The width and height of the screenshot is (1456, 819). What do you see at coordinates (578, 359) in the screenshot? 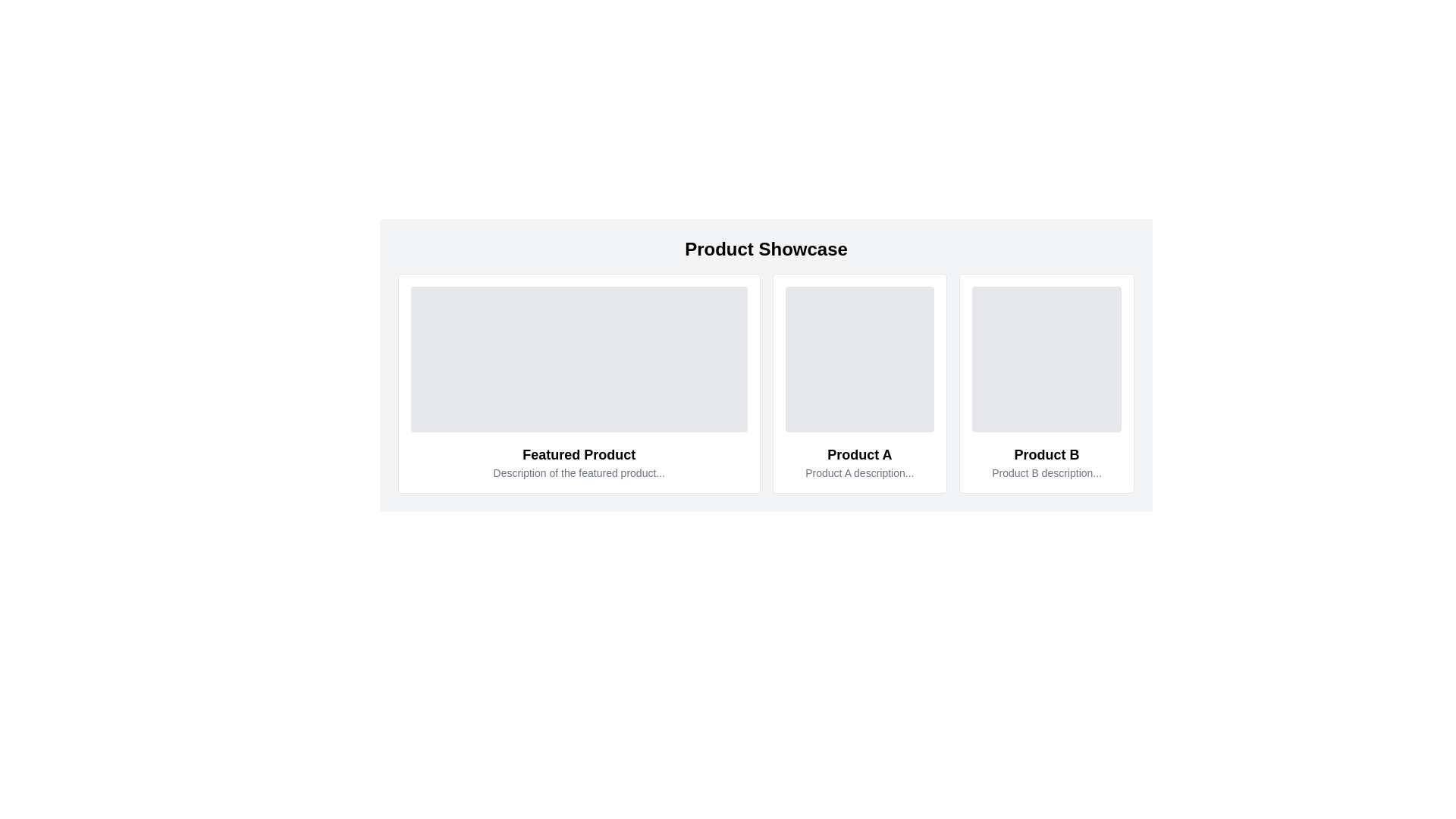
I see `the image placeholder or graphical display area located at the top section of the 'Featured Product' card in the leftmost card of the product showcase layout` at bounding box center [578, 359].